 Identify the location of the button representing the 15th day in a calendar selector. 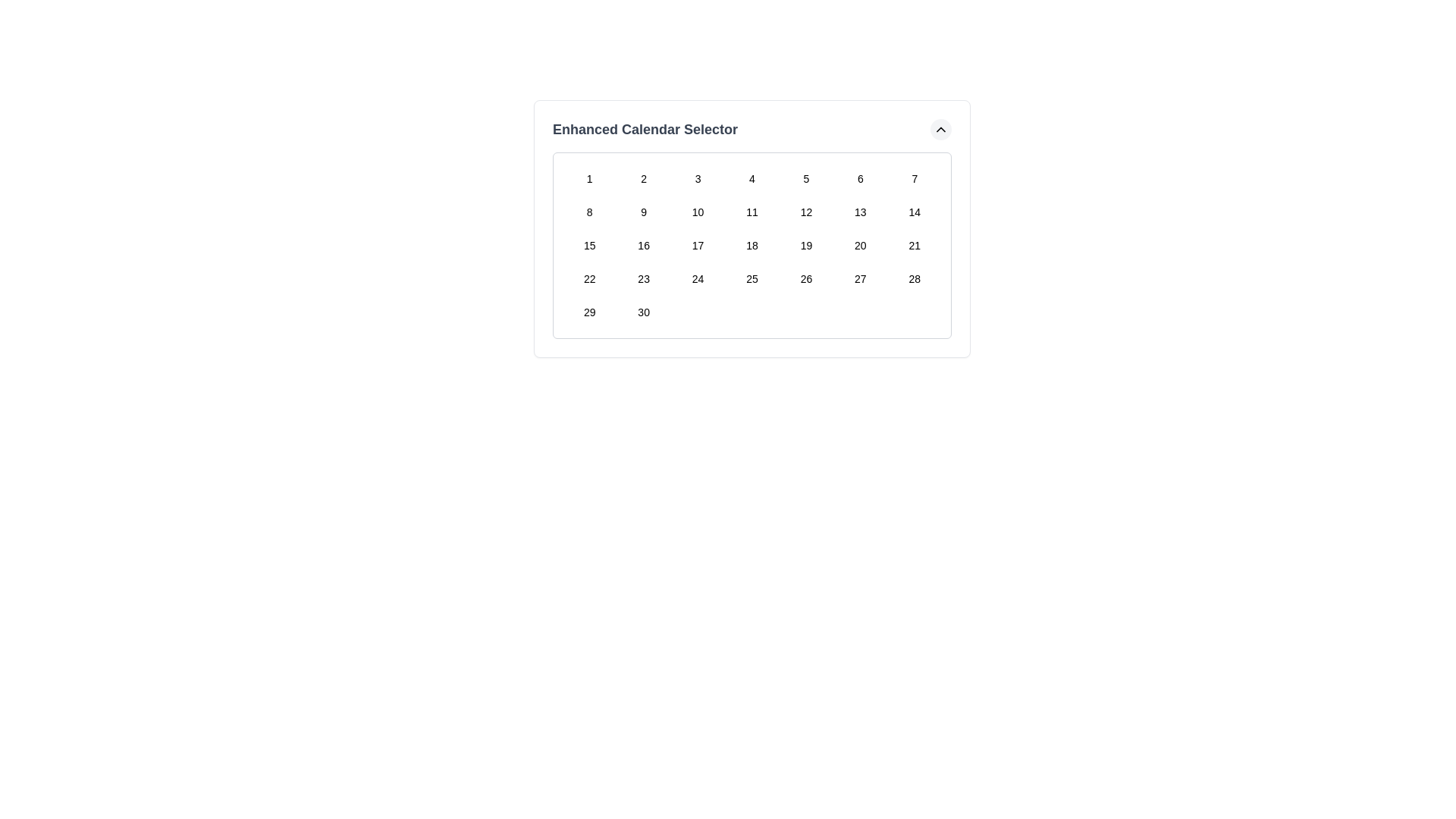
(588, 245).